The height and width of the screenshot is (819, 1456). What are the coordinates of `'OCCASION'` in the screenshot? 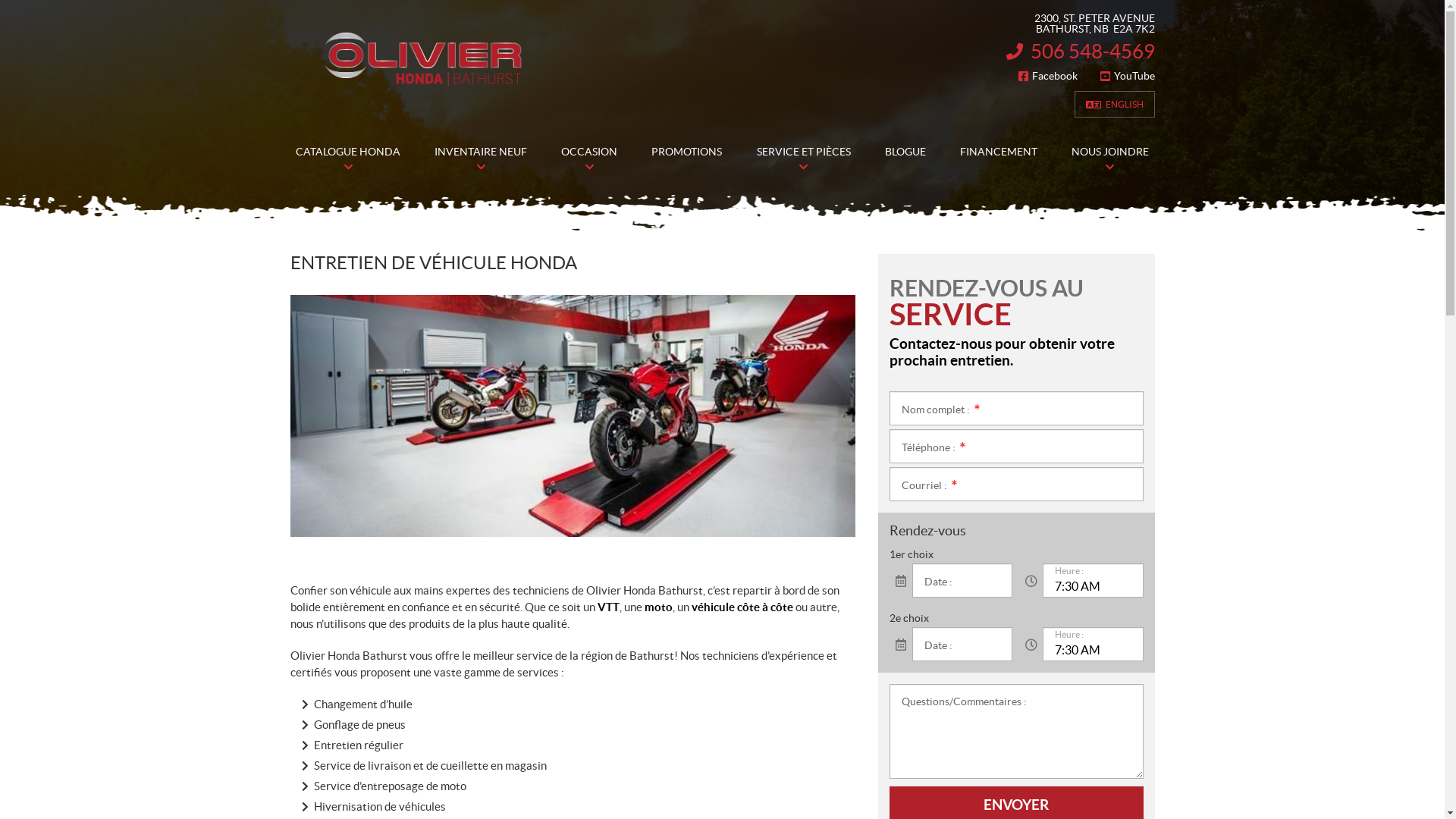 It's located at (588, 152).